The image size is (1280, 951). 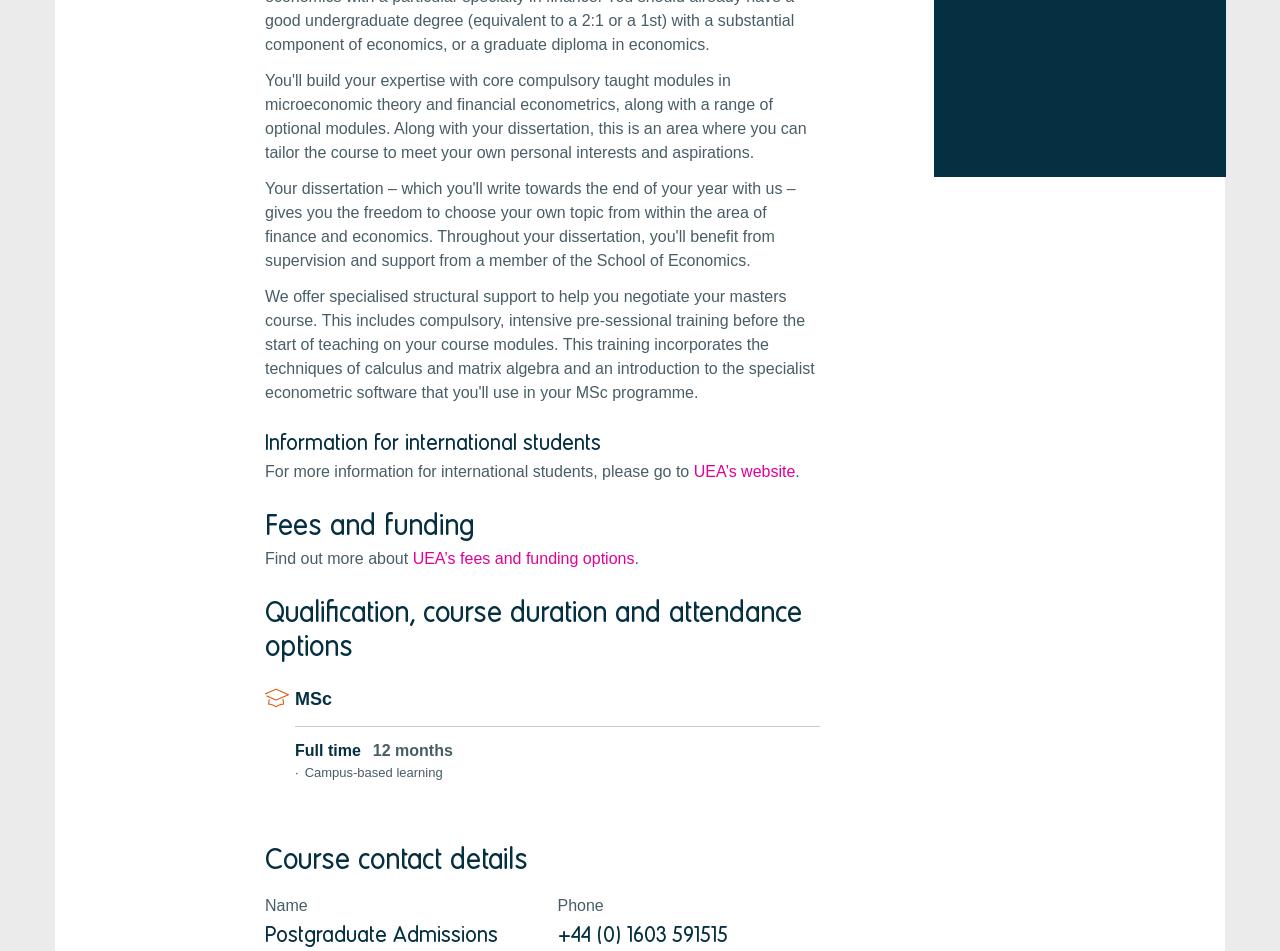 What do you see at coordinates (370, 521) in the screenshot?
I see `'Fees and funding'` at bounding box center [370, 521].